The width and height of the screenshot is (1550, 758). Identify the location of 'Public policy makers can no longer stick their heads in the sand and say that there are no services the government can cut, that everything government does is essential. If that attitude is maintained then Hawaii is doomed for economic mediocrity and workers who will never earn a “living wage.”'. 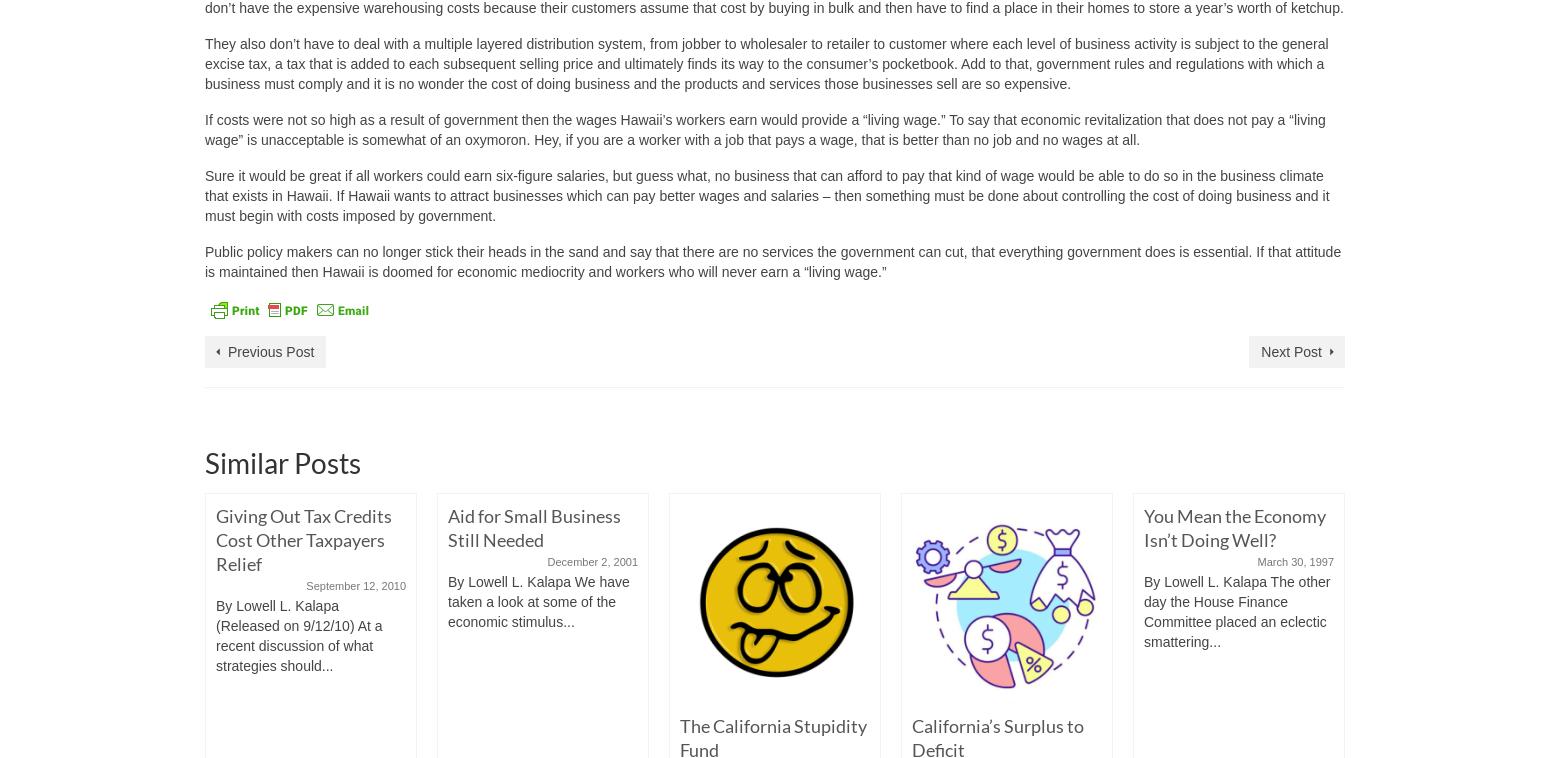
(772, 261).